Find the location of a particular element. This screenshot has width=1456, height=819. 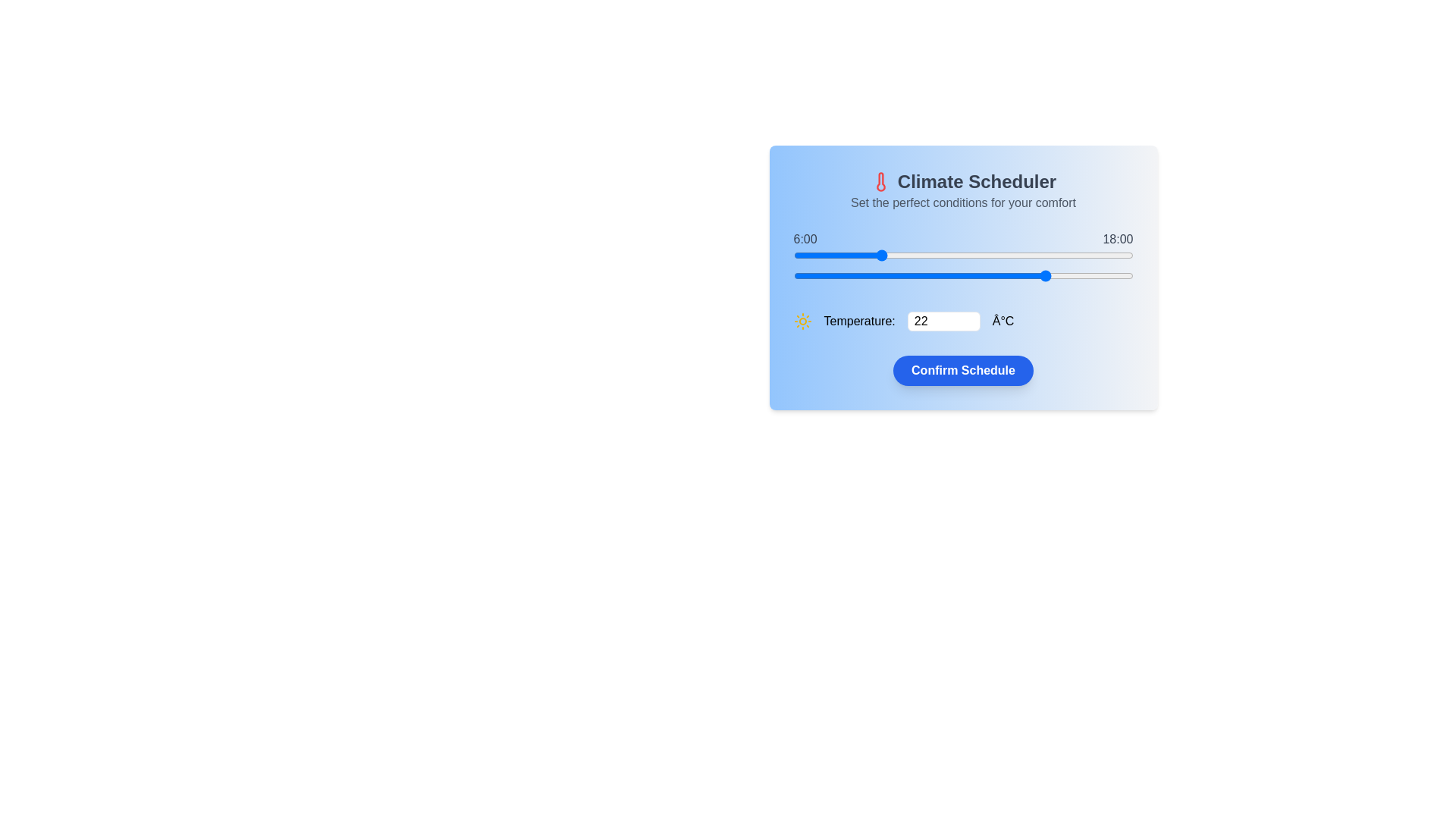

the time on the slider is located at coordinates (850, 254).